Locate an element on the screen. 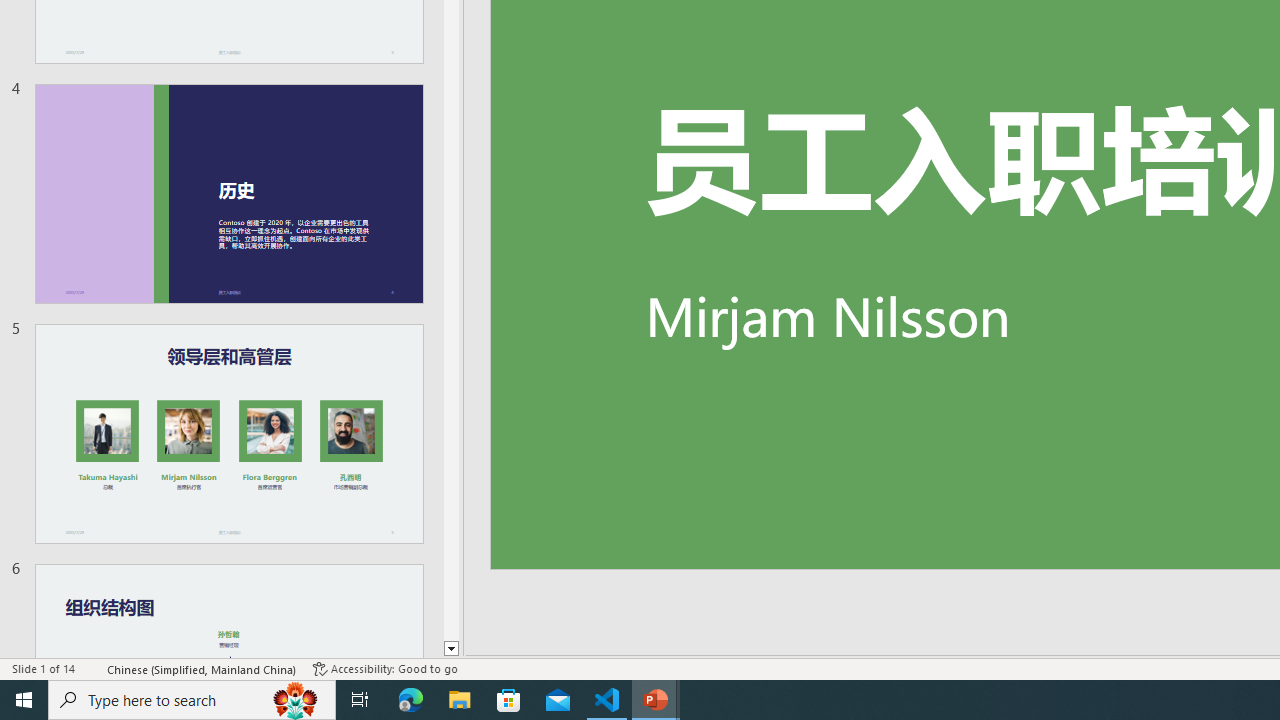 The width and height of the screenshot is (1280, 720). 'Spell Check ' is located at coordinates (91, 669).